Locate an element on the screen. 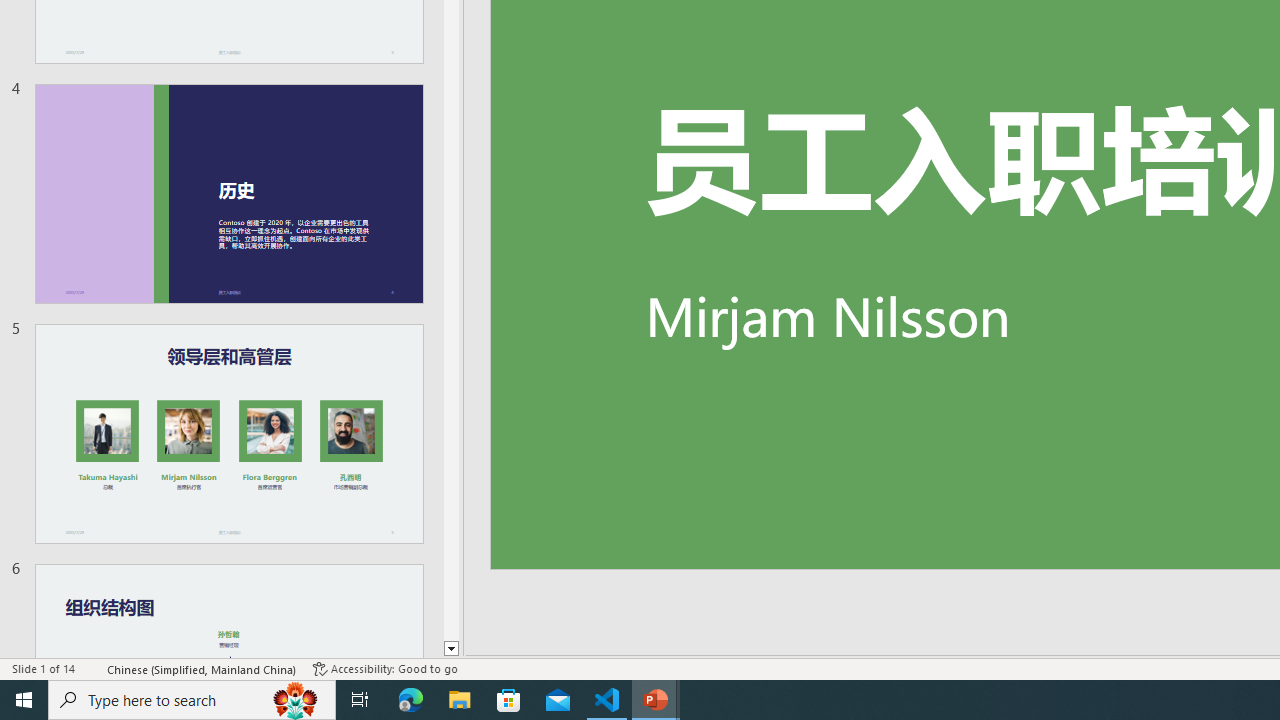 The width and height of the screenshot is (1280, 720). 'Spell Check ' is located at coordinates (91, 669).